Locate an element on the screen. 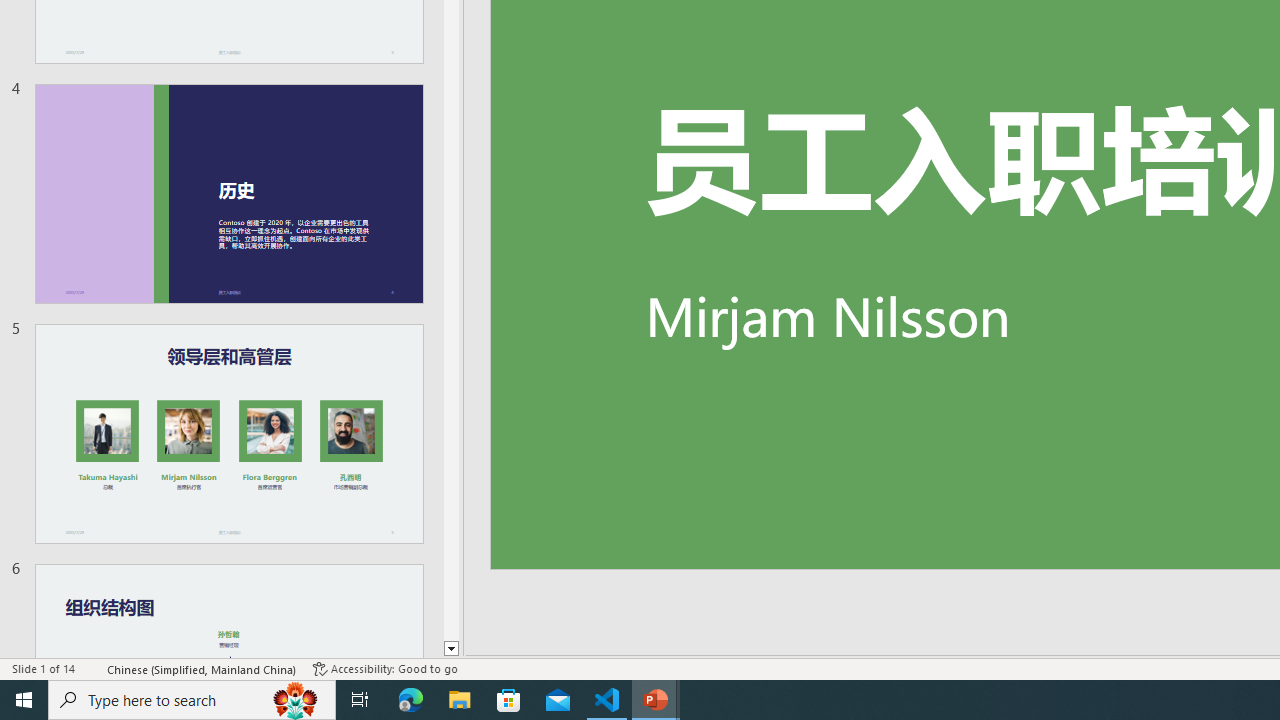 The width and height of the screenshot is (1280, 720). 'Spell Check ' is located at coordinates (91, 669).